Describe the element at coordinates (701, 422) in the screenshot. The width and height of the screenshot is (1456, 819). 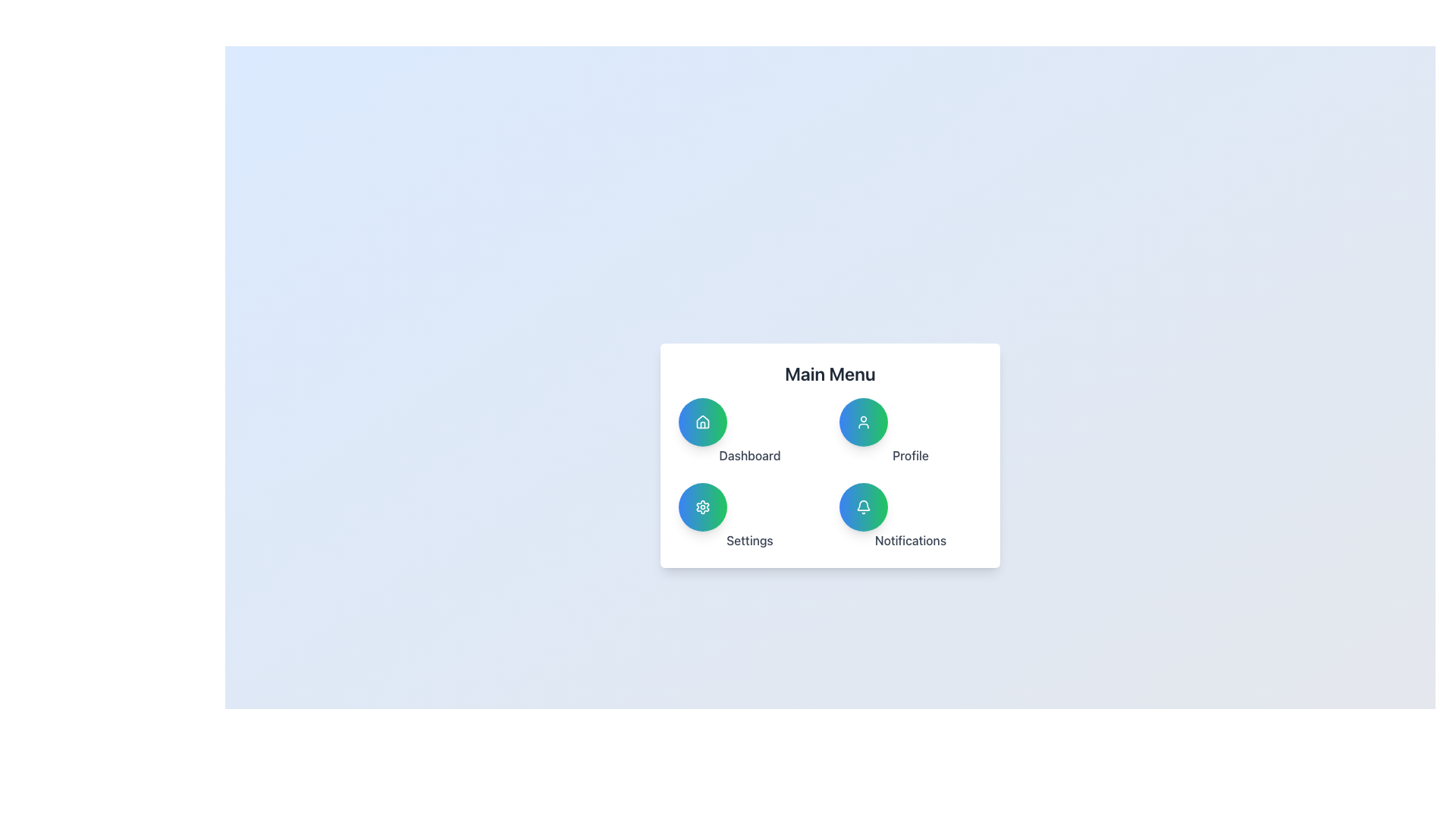
I see `the button located in the top-left corner of the main menu to trigger hover effects` at that location.